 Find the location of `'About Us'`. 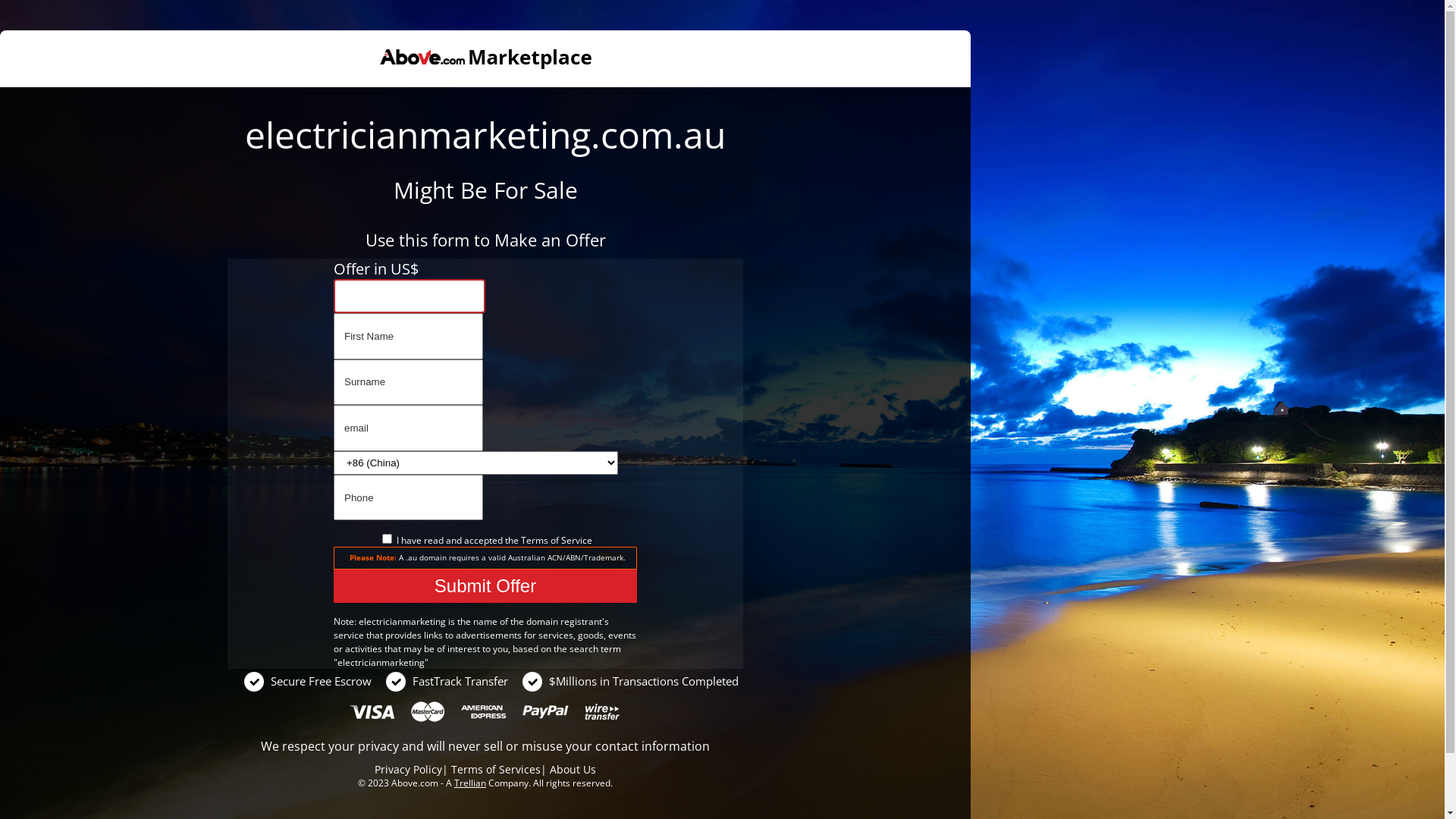

'About Us' is located at coordinates (572, 769).